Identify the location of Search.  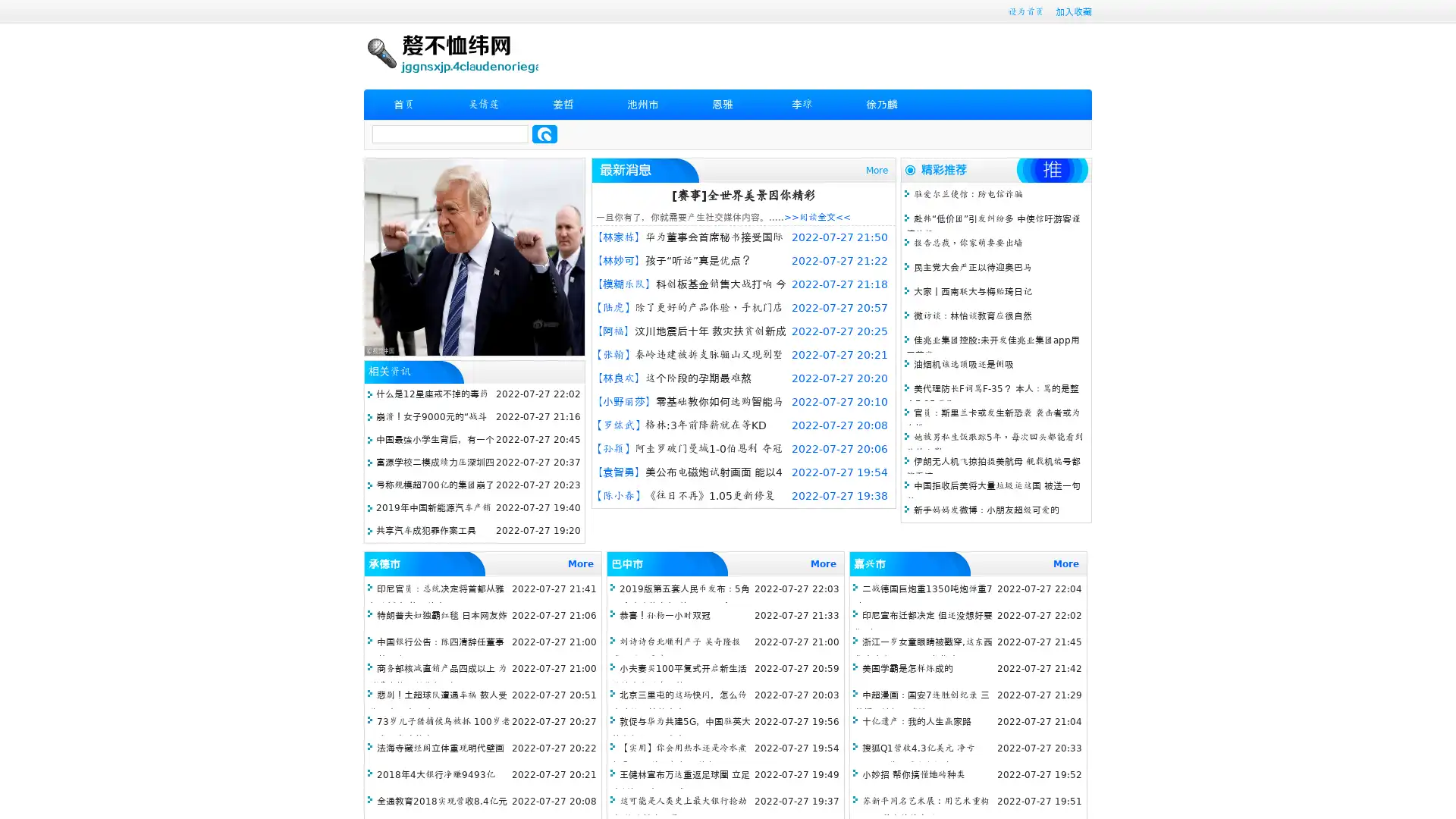
(544, 133).